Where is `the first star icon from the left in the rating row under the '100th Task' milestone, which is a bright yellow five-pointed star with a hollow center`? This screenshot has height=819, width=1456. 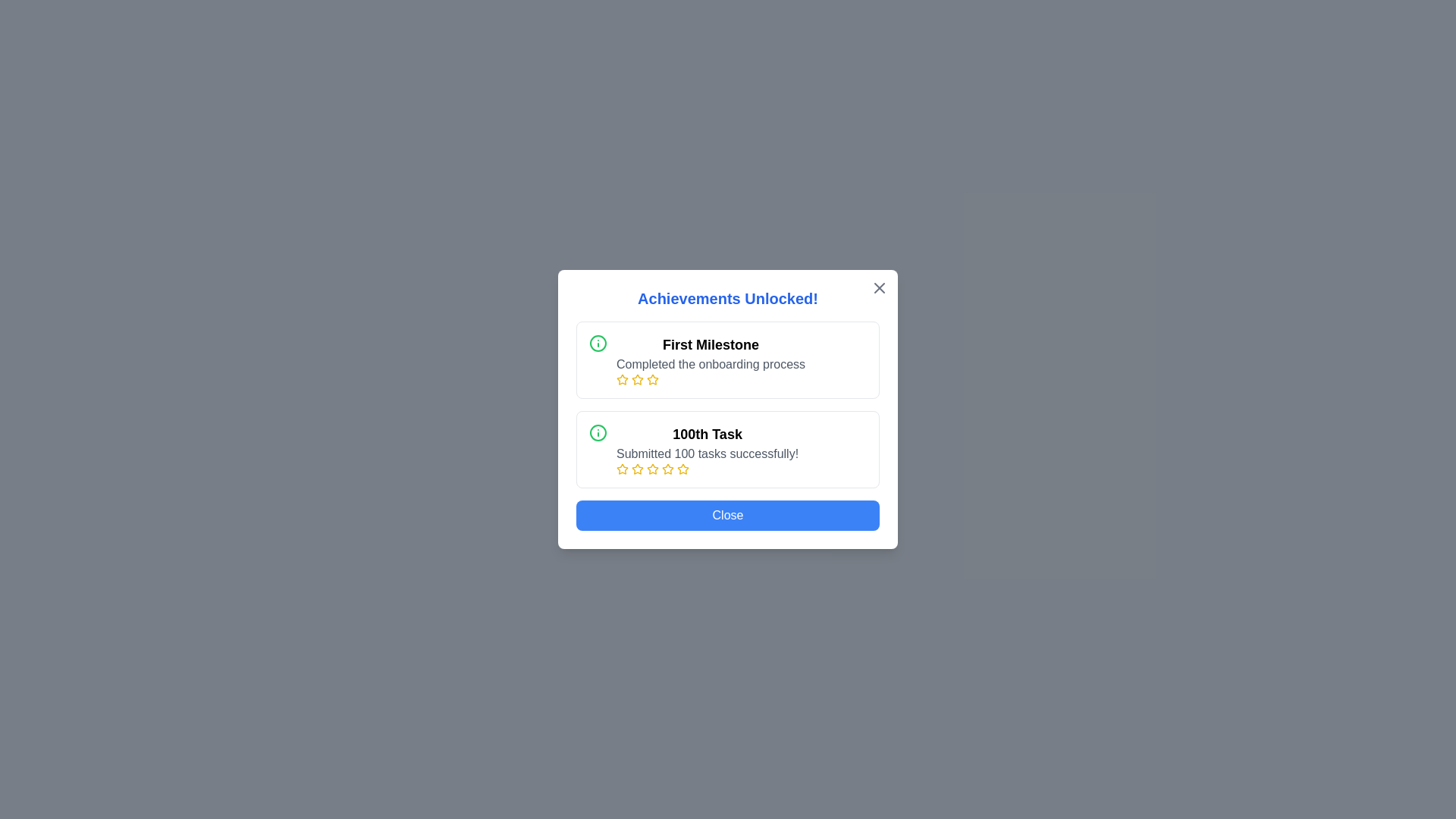
the first star icon from the left in the rating row under the '100th Task' milestone, which is a bright yellow five-pointed star with a hollow center is located at coordinates (637, 468).